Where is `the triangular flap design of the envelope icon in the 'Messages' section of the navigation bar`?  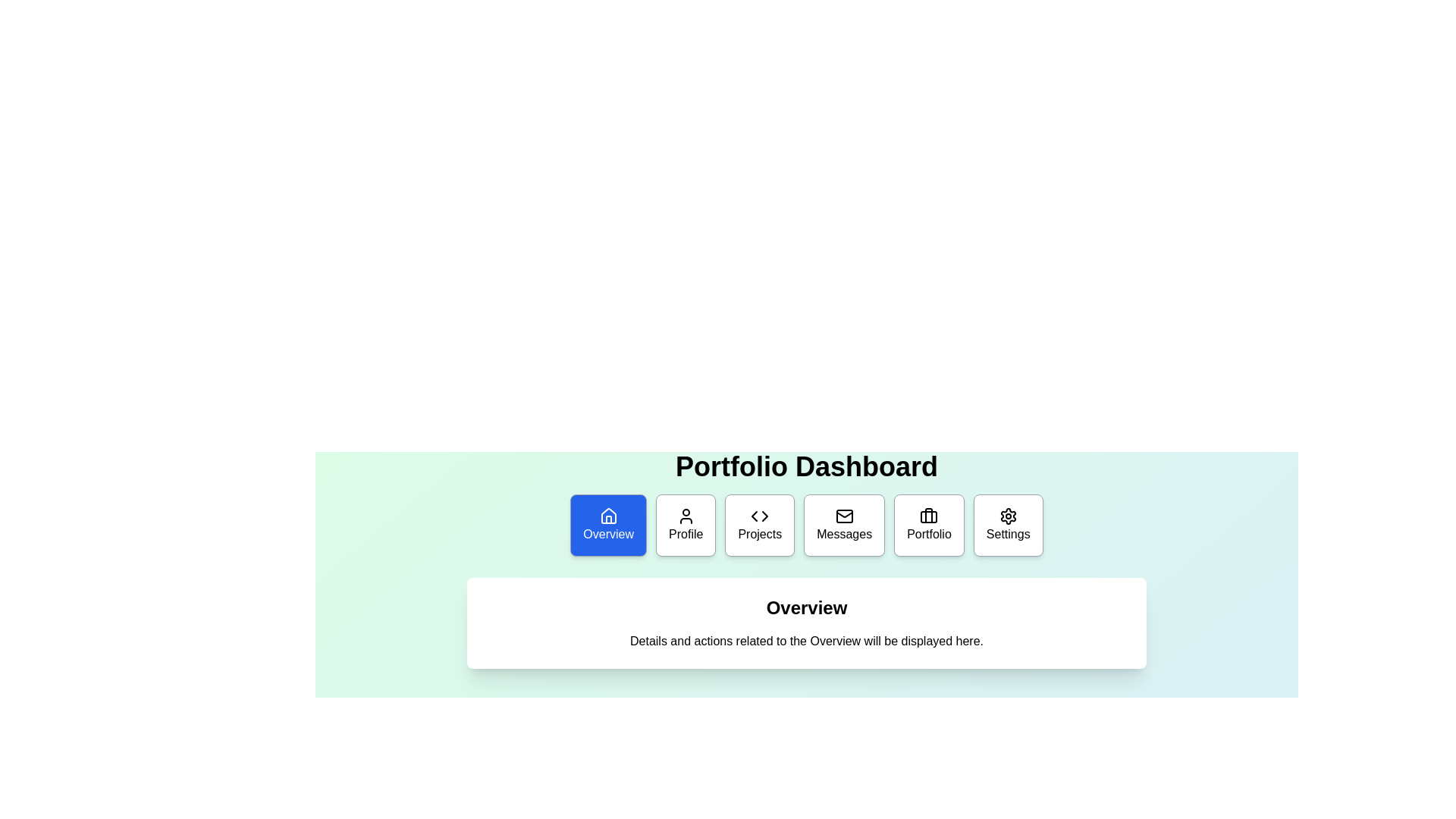
the triangular flap design of the envelope icon in the 'Messages' section of the navigation bar is located at coordinates (843, 513).